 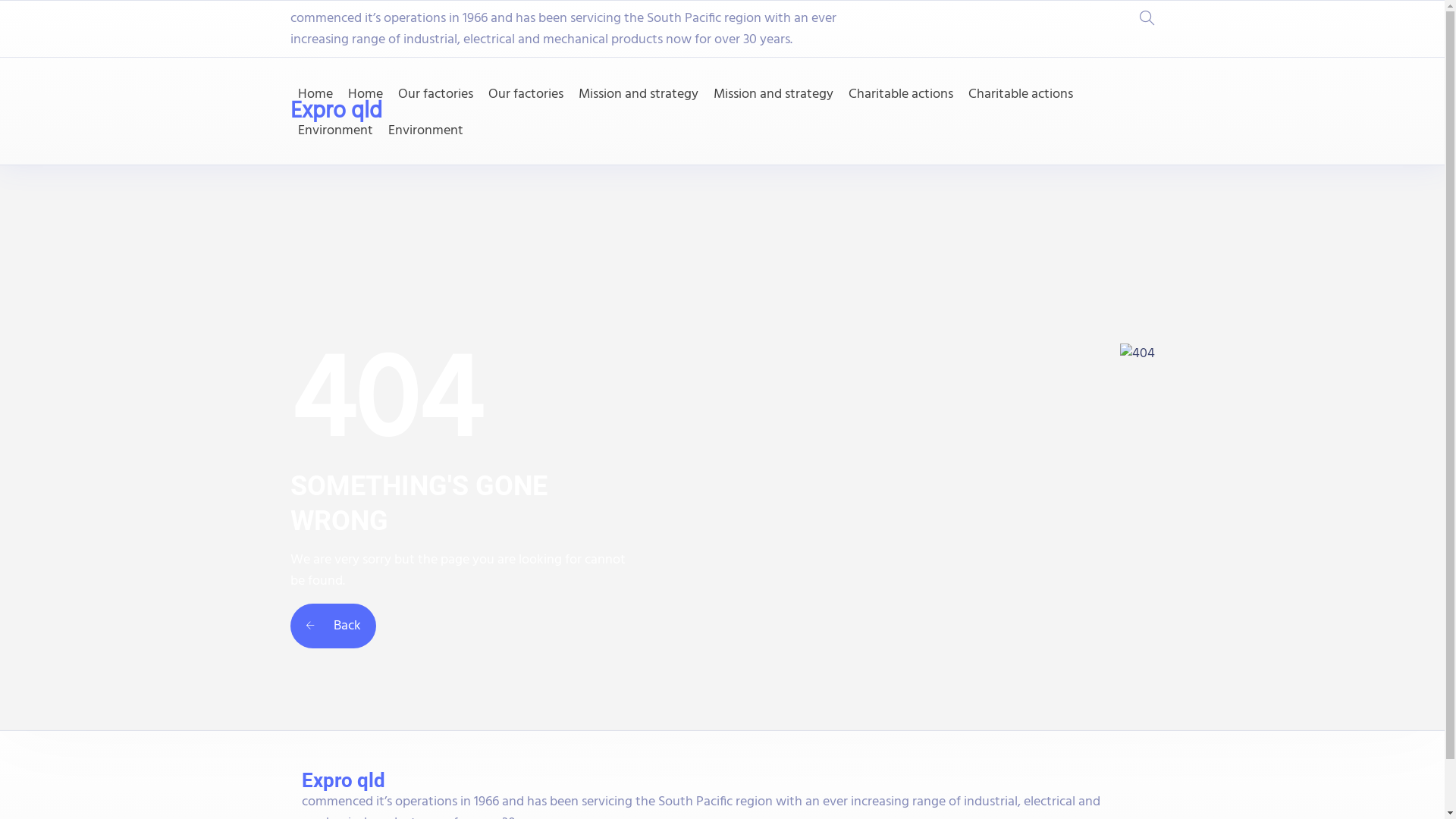 What do you see at coordinates (364, 94) in the screenshot?
I see `'Home'` at bounding box center [364, 94].